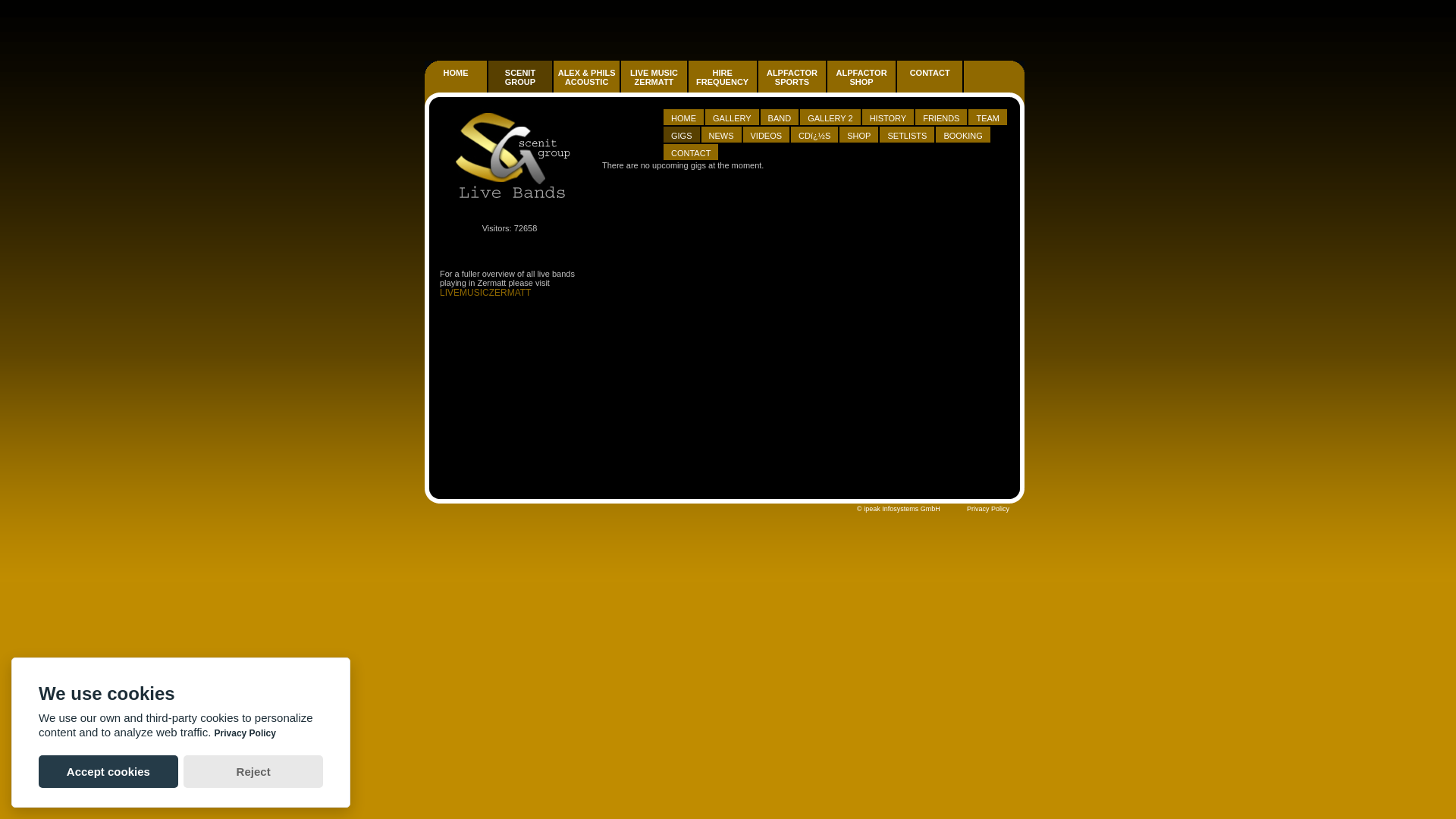 Image resolution: width=1456 pixels, height=819 pixels. Describe the element at coordinates (723, 84) in the screenshot. I see `'HIRE` at that location.